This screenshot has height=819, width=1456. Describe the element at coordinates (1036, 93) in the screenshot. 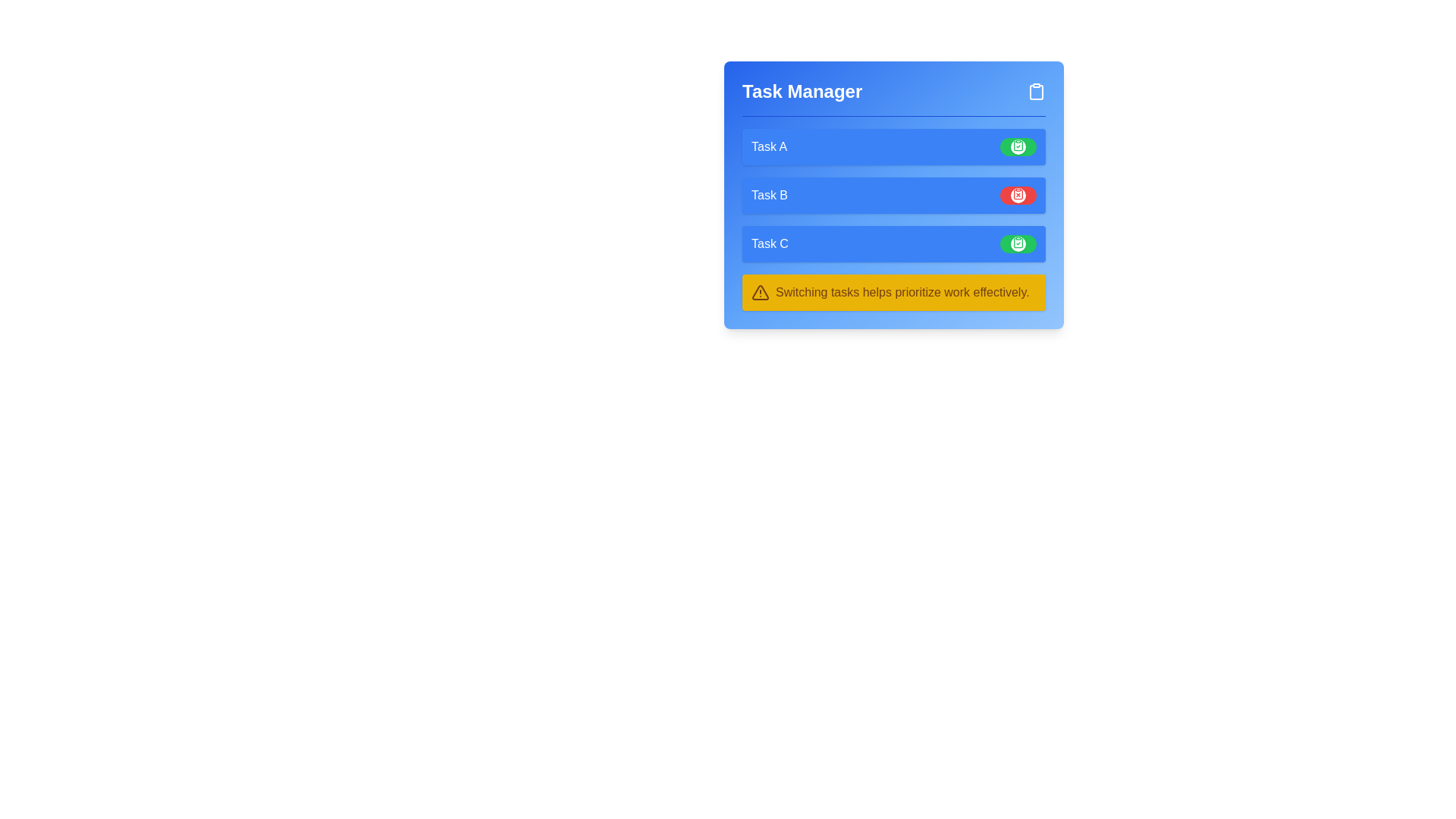

I see `the main body of the clipboard icon located in the top-right corner of the task manager interface` at that location.